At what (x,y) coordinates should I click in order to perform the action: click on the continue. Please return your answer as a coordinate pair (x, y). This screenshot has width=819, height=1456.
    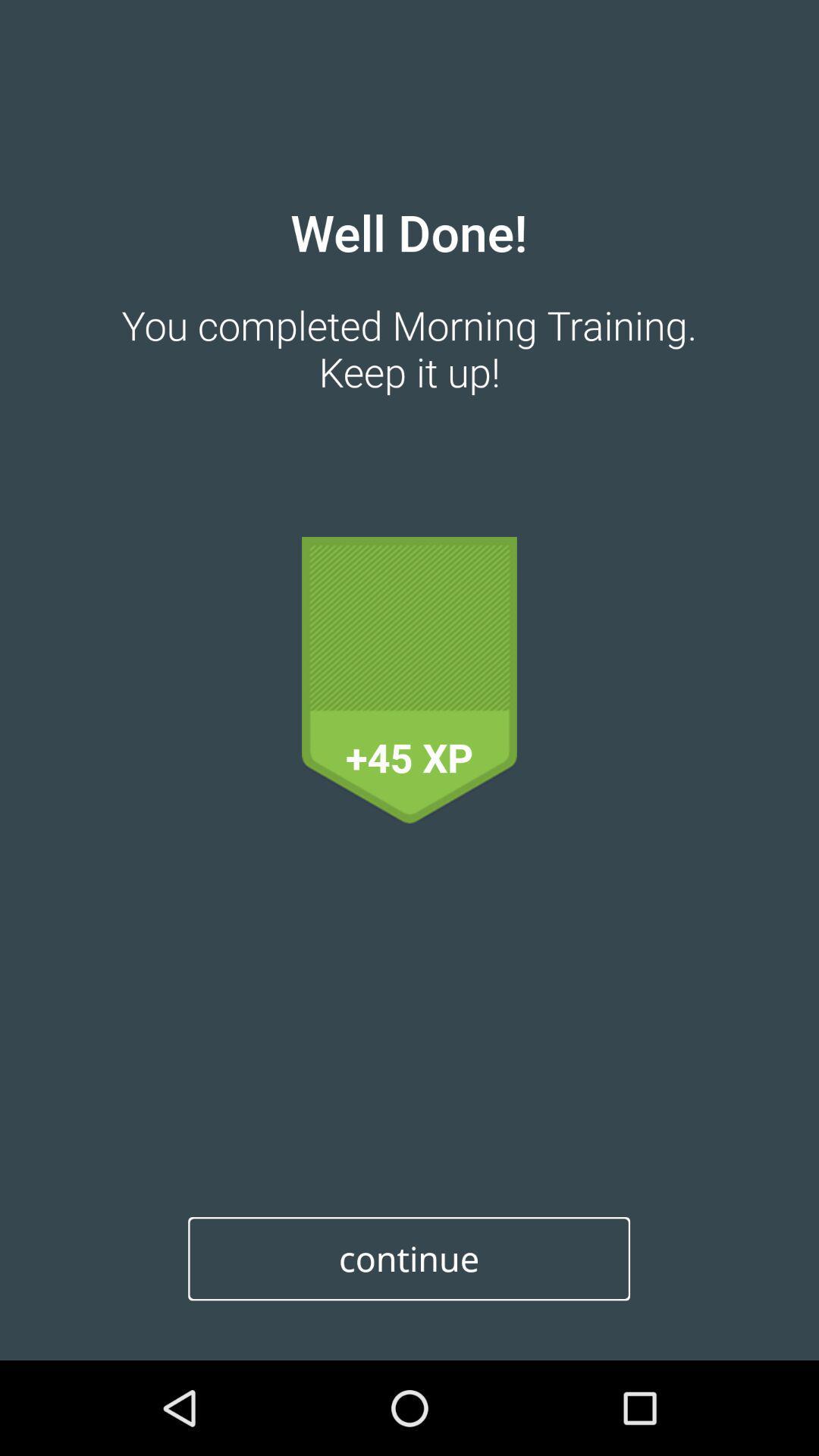
    Looking at the image, I should click on (408, 1259).